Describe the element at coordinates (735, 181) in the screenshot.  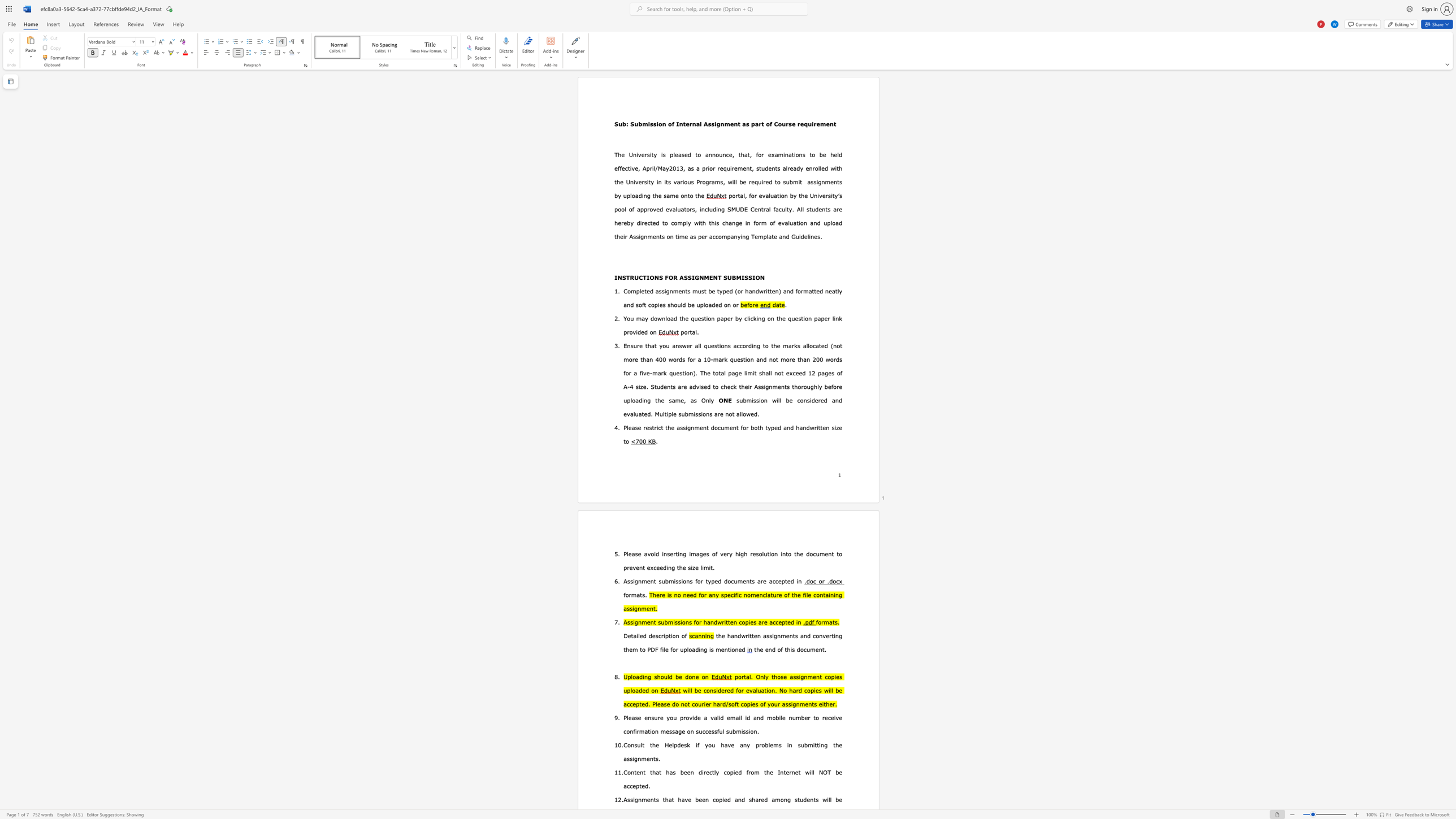
I see `the subset text "l be re" within the text "will be required to"` at that location.